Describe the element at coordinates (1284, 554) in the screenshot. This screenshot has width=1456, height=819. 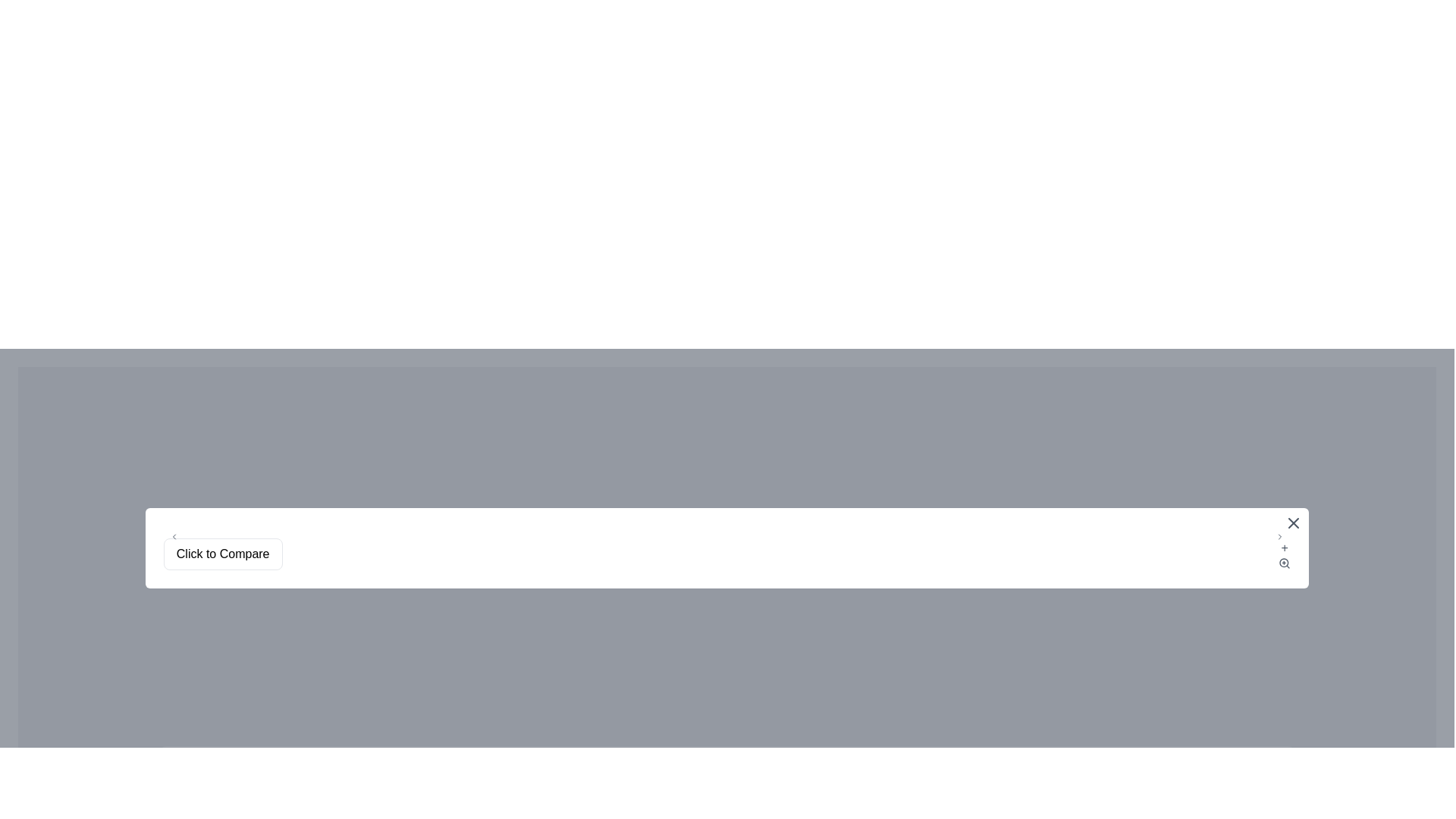
I see `the small gray 'plus' icon button located to the right of the 'Click to Compare' button` at that location.